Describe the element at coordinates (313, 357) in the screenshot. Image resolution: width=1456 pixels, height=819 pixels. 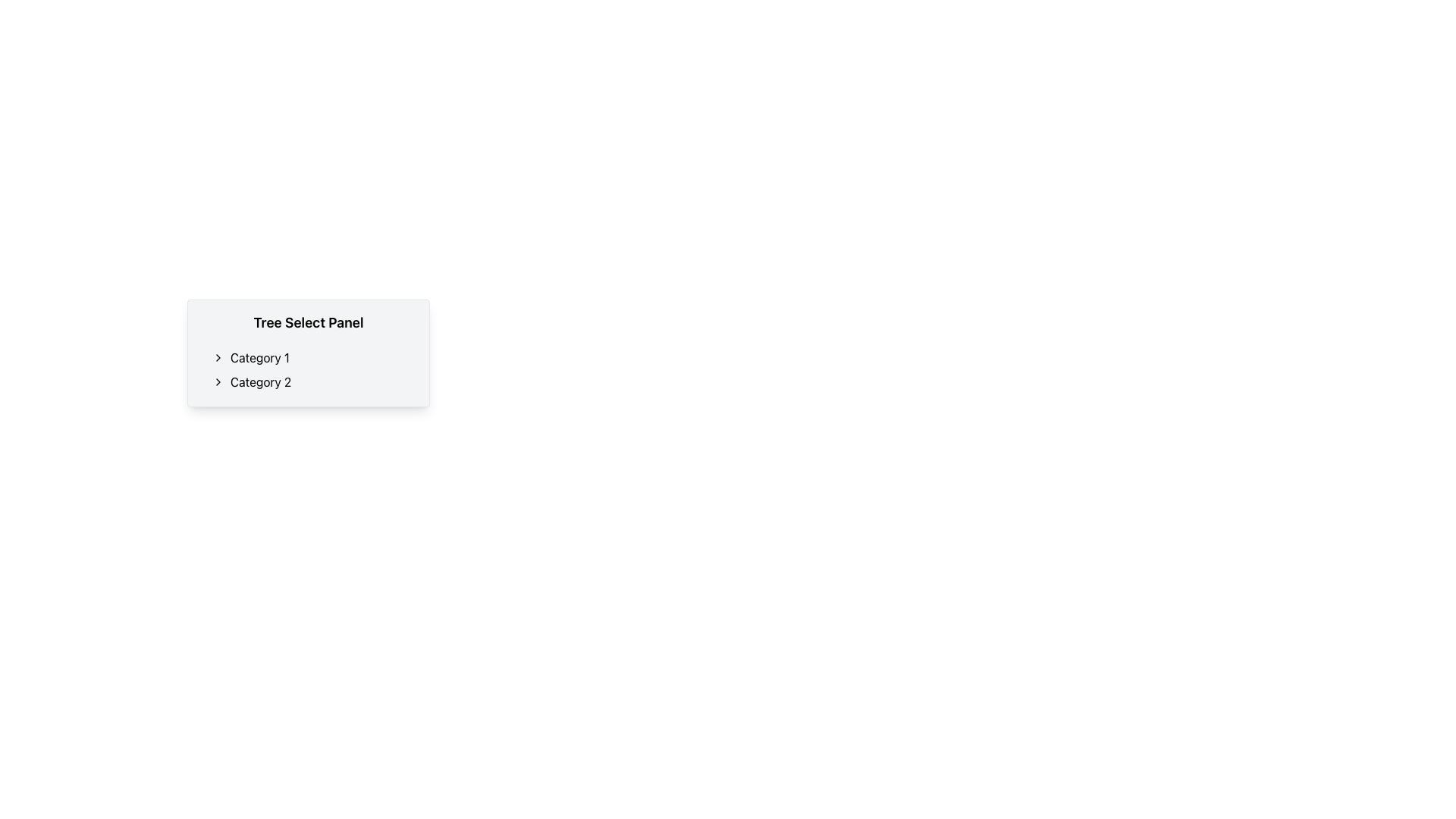
I see `the 'Category 1' list item with an expand/collapse chevron` at that location.